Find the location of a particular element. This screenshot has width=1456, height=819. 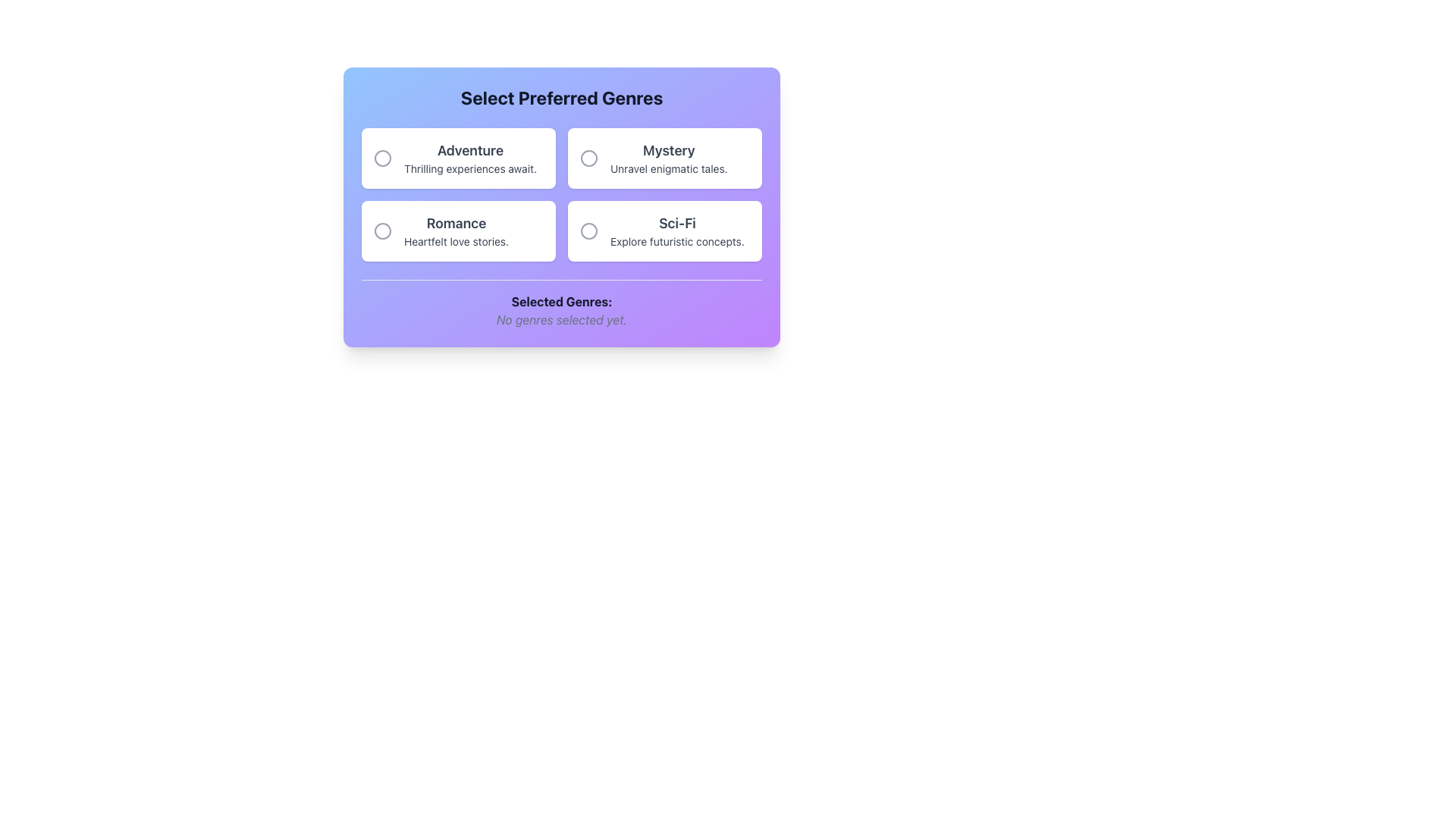

the Radio Button Visual Indicator for the 'Mystery' genre is located at coordinates (588, 158).